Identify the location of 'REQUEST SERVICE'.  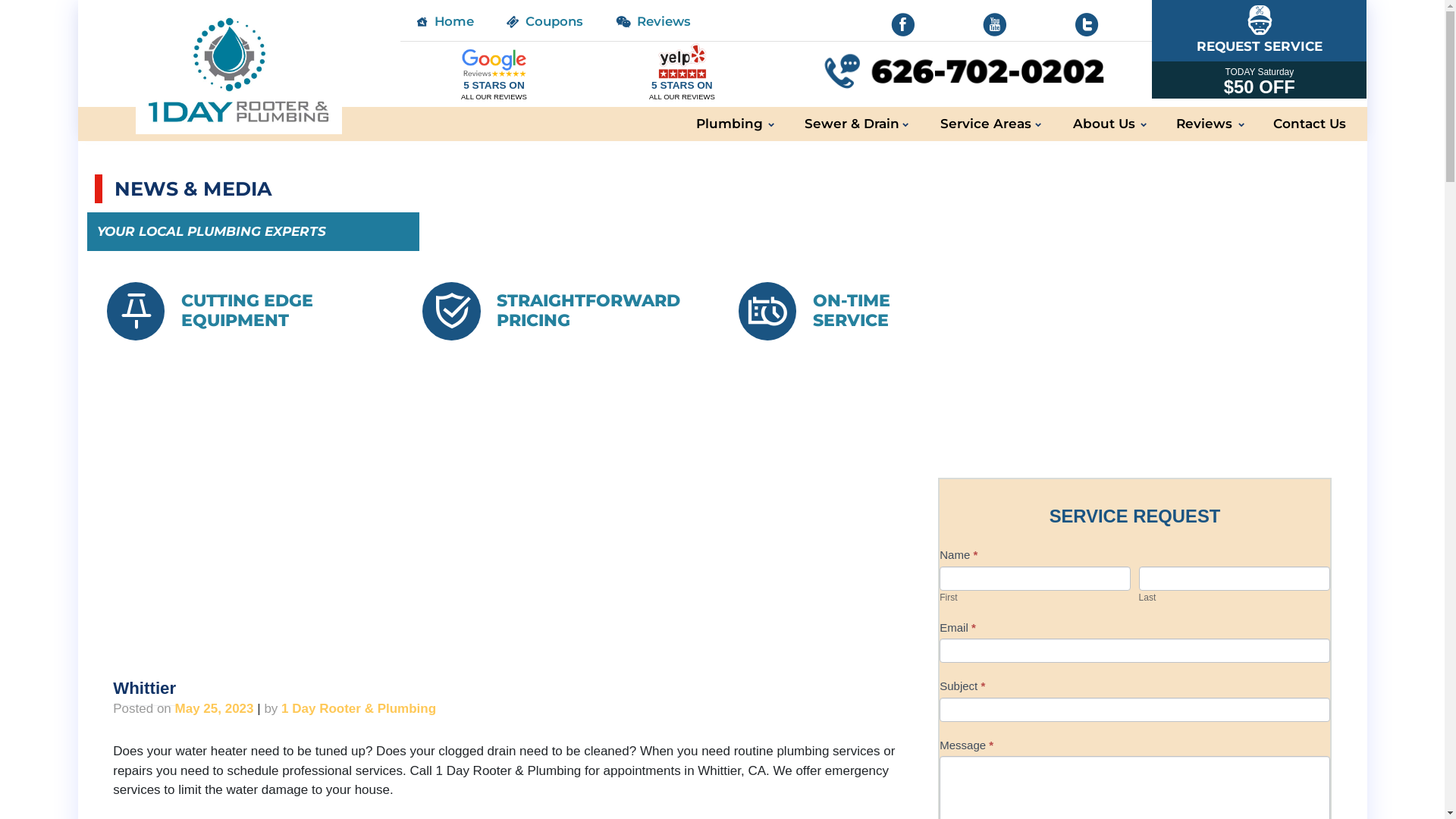
(1259, 30).